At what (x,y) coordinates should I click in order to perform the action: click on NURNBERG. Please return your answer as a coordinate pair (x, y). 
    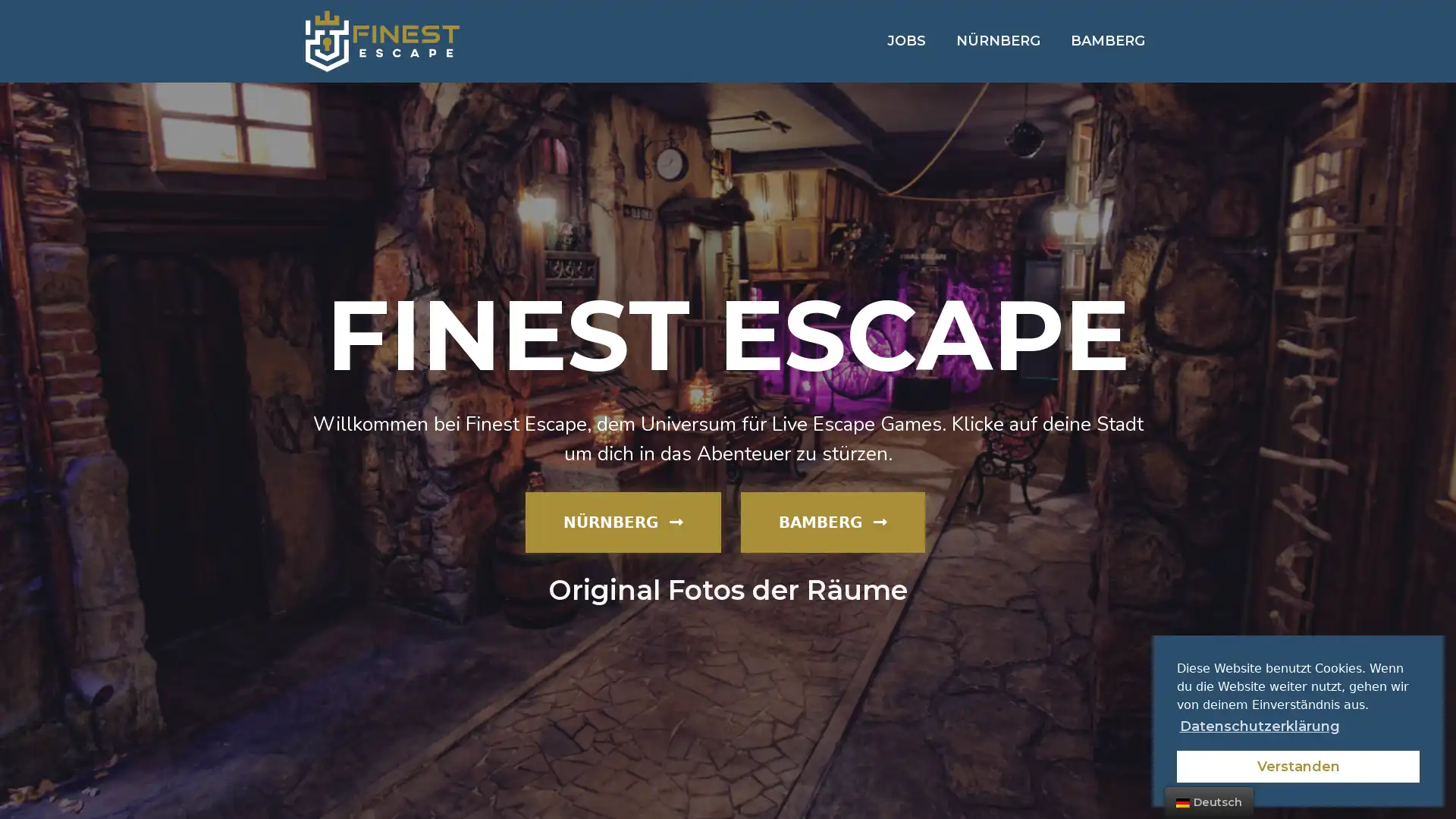
    Looking at the image, I should click on (623, 520).